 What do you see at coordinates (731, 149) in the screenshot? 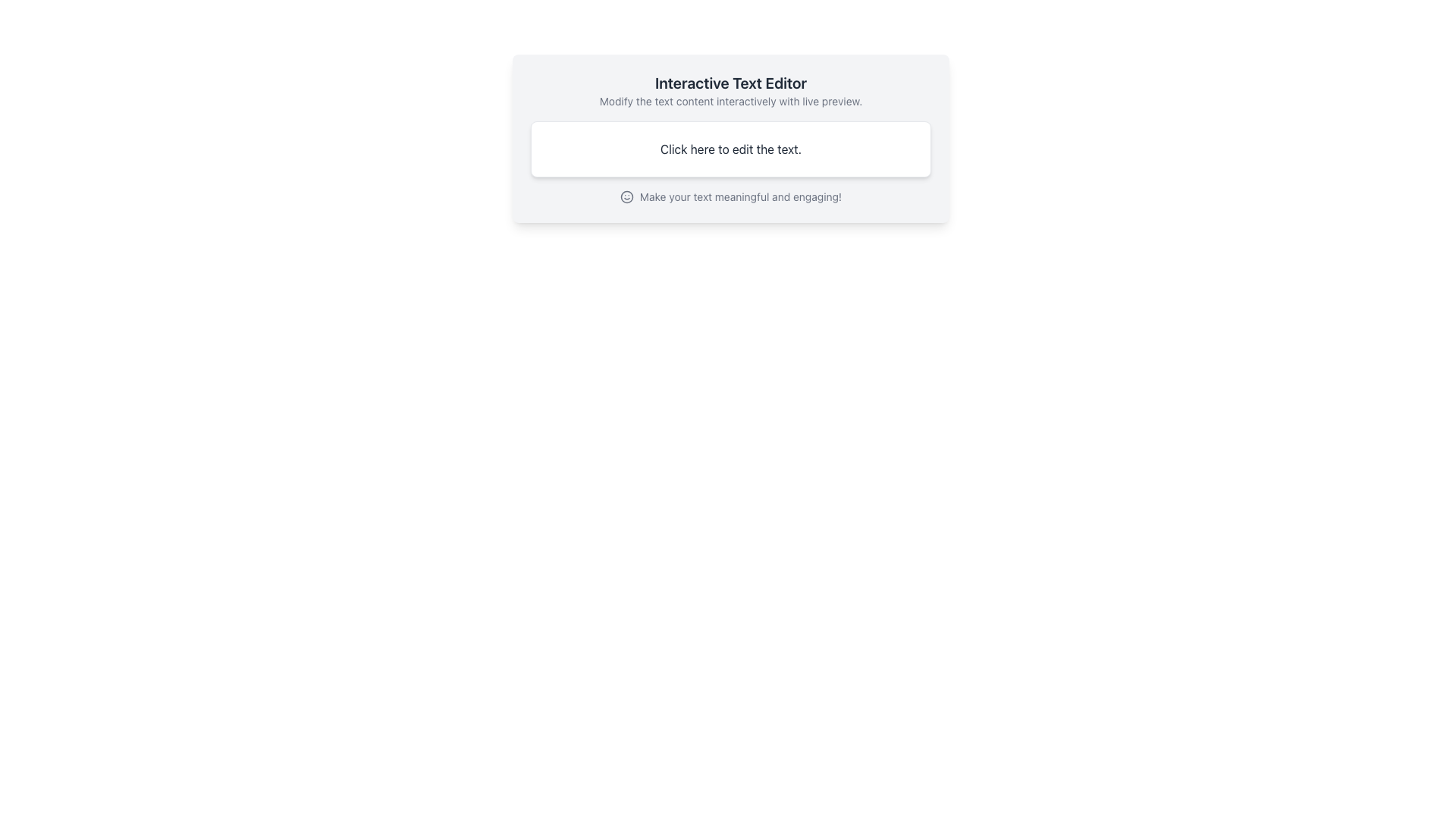
I see `the Text Display Area that has a white background and contains the text 'Click here to edit the text.'` at bounding box center [731, 149].